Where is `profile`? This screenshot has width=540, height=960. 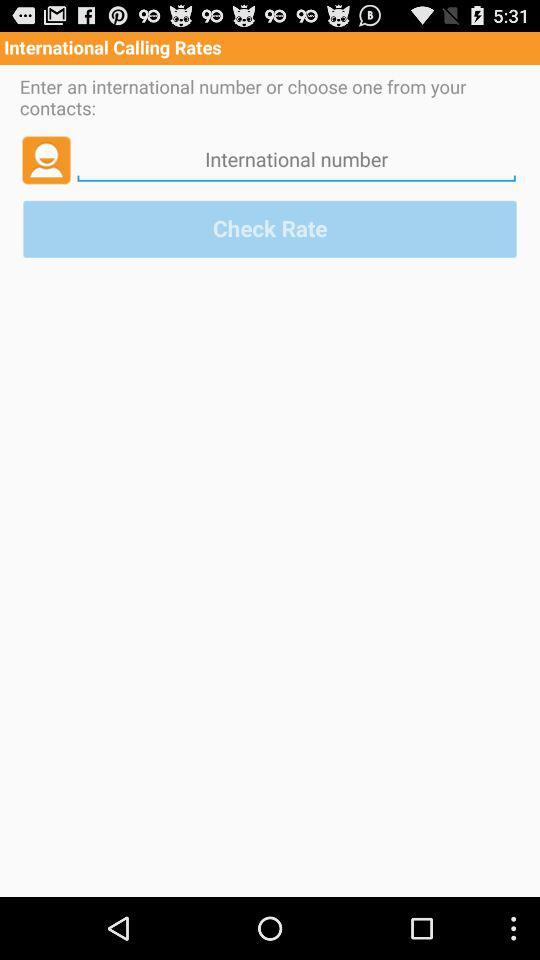
profile is located at coordinates (46, 158).